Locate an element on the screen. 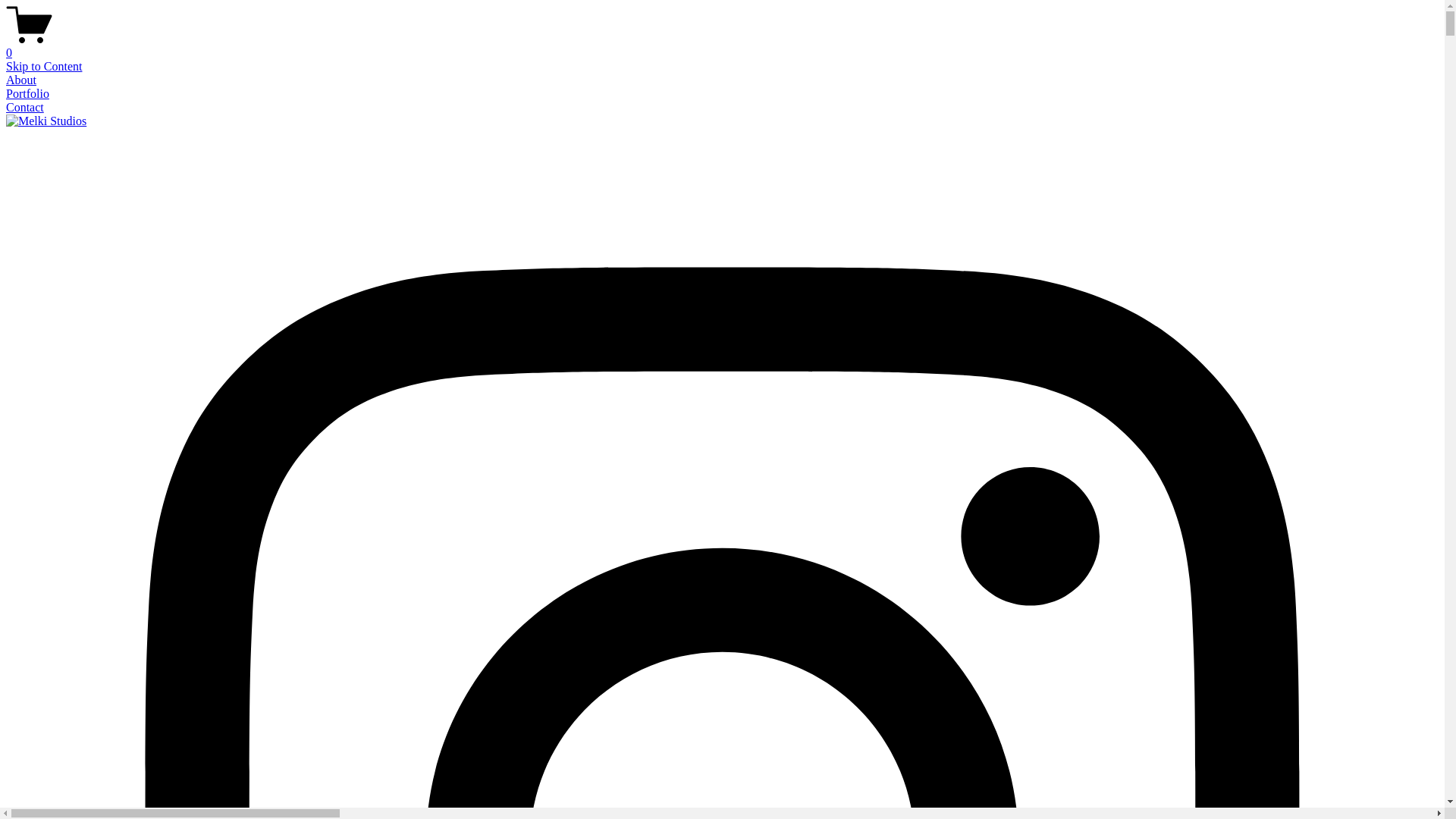 The height and width of the screenshot is (819, 1456). 'Portfolio' is located at coordinates (27, 93).